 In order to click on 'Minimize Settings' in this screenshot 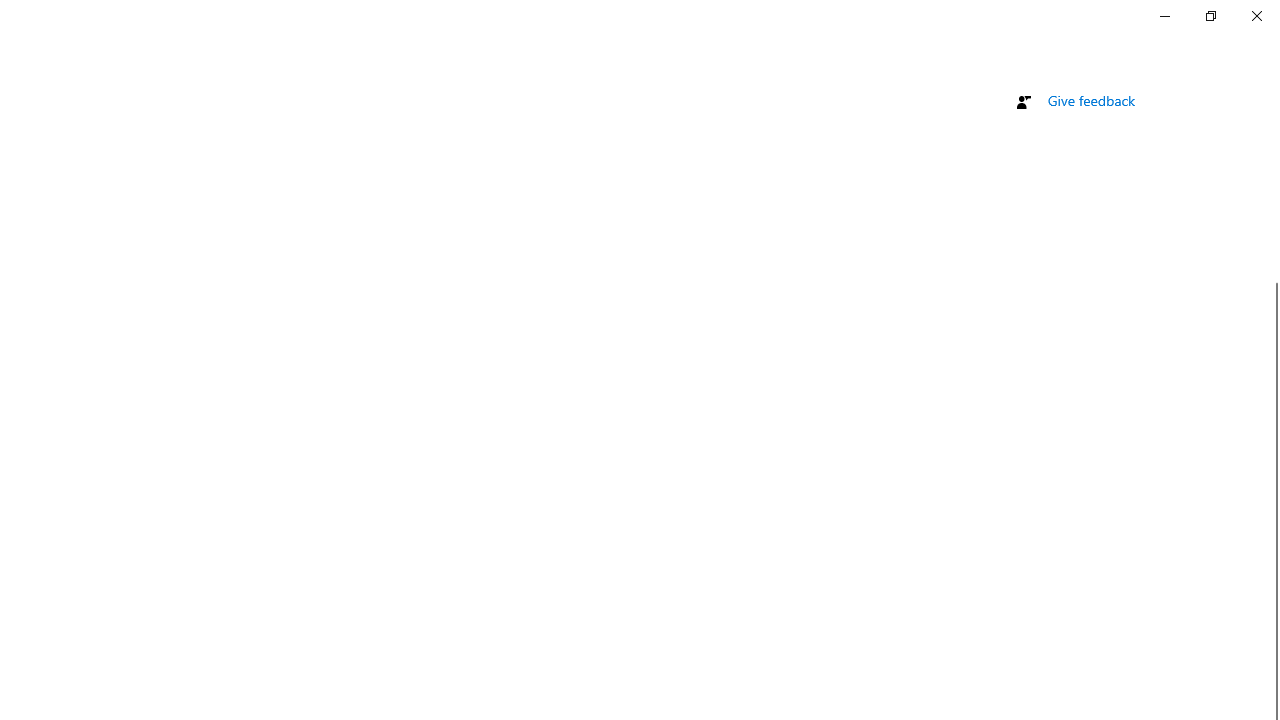, I will do `click(1164, 15)`.